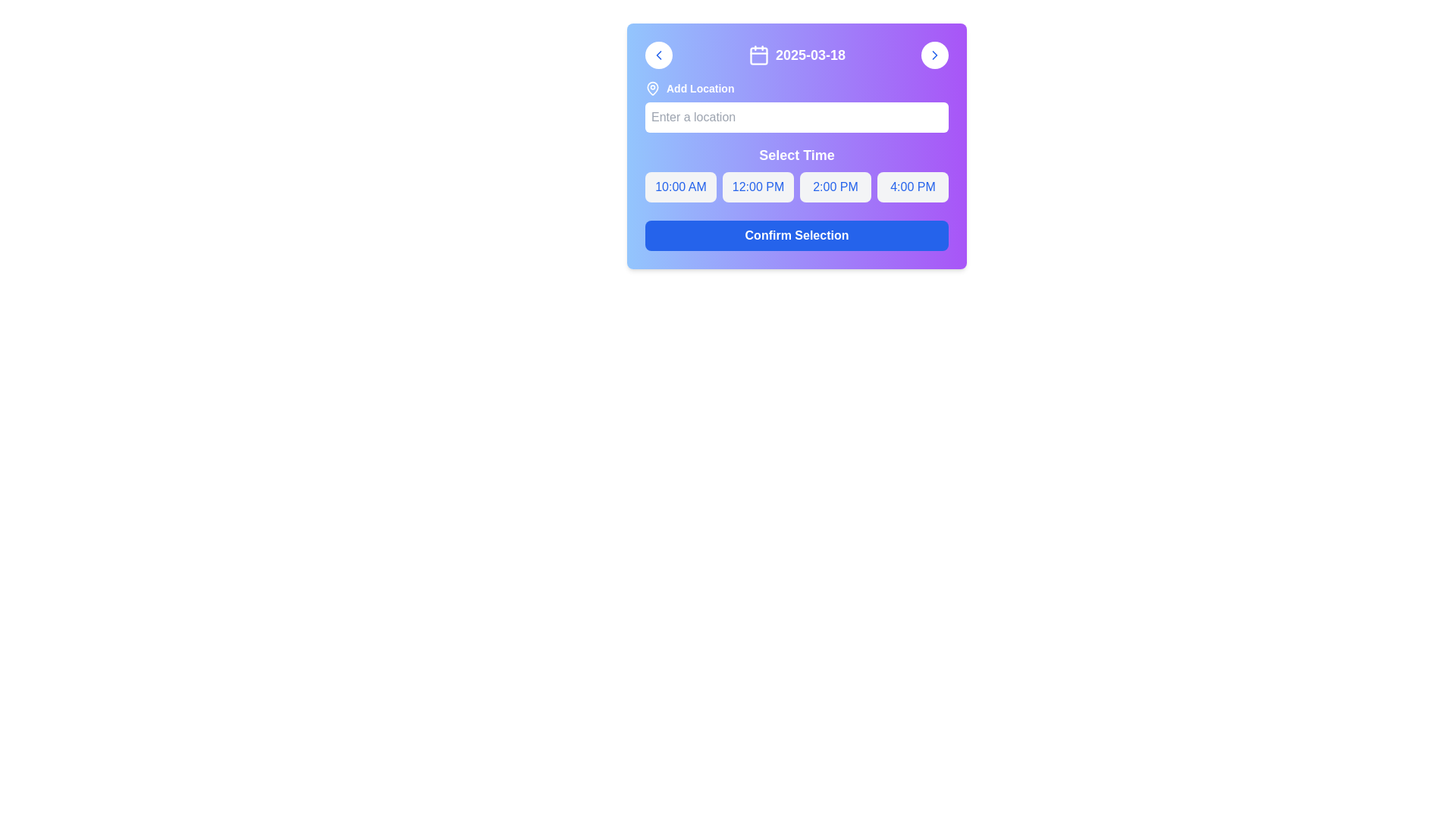 Image resolution: width=1456 pixels, height=819 pixels. I want to click on the Decorative icon, which is a blue outlined pin marker shape located on the left side of the header section, next to the 'Add Location' text, so click(652, 87).